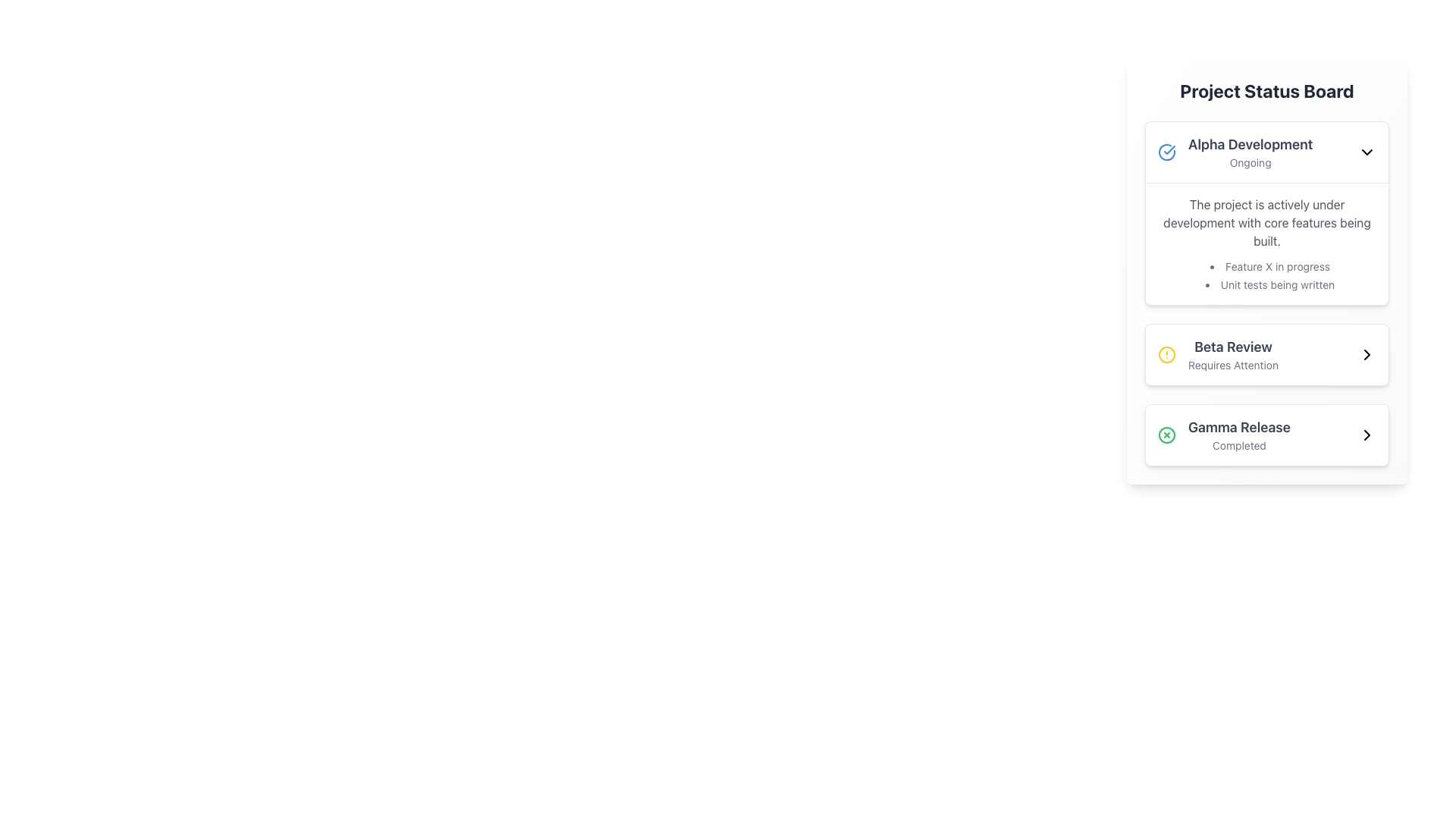 This screenshot has width=1456, height=819. I want to click on text located in the 'Alpha Development' section of the 'Project Status Board' interface, which provides insight into the current state of the project, so click(1266, 222).